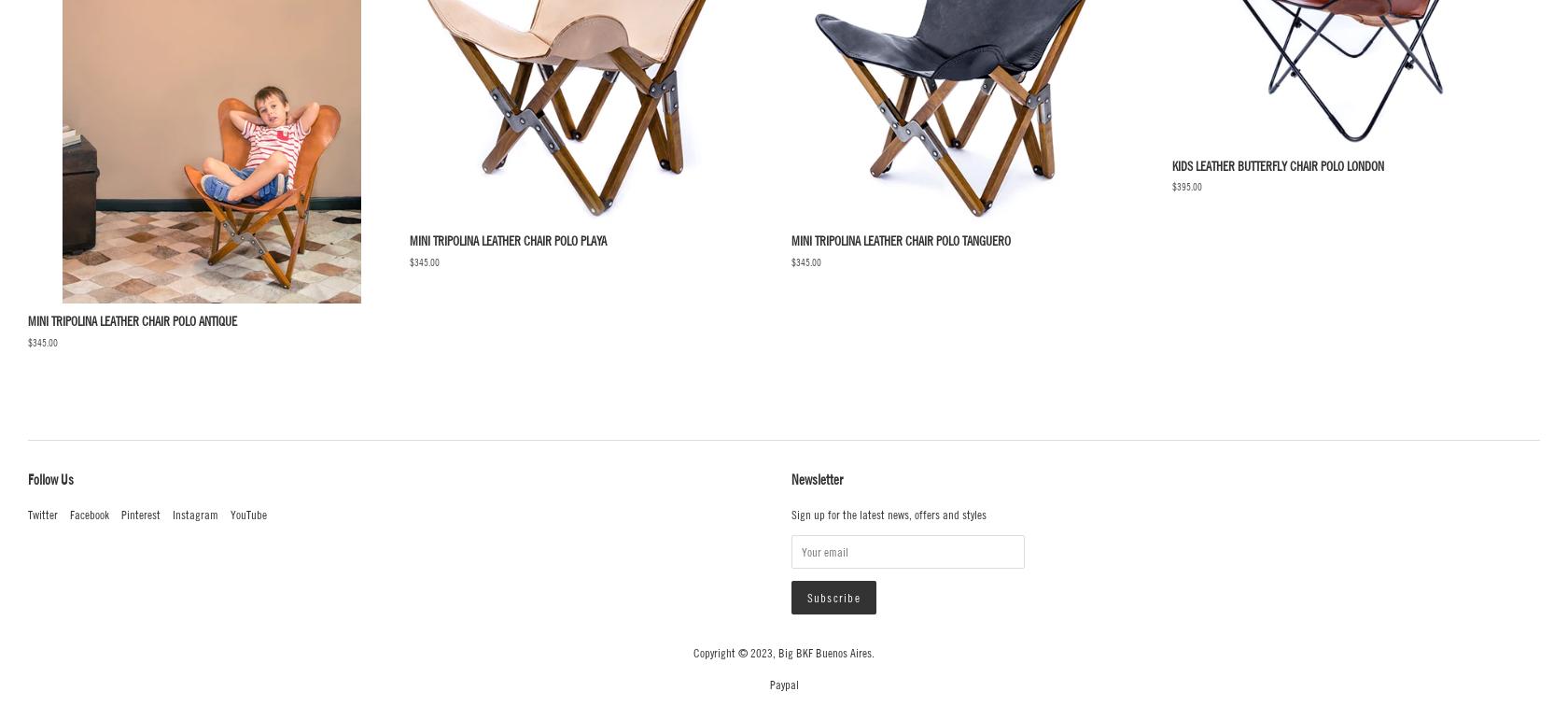  I want to click on '$395.00', so click(1186, 186).